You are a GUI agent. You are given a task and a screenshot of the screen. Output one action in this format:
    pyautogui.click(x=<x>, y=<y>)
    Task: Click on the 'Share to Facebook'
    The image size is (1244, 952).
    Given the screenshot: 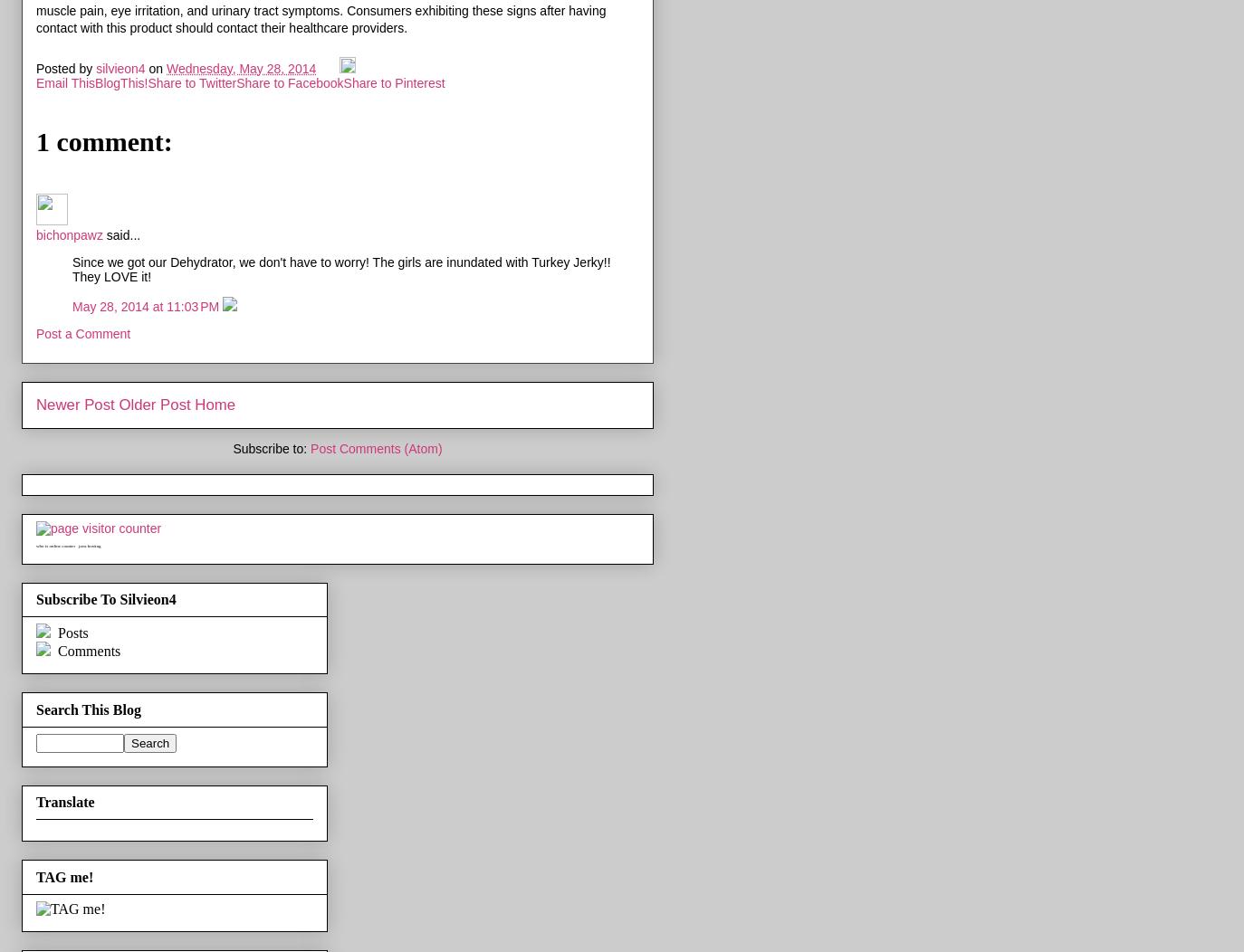 What is the action you would take?
    pyautogui.click(x=289, y=81)
    